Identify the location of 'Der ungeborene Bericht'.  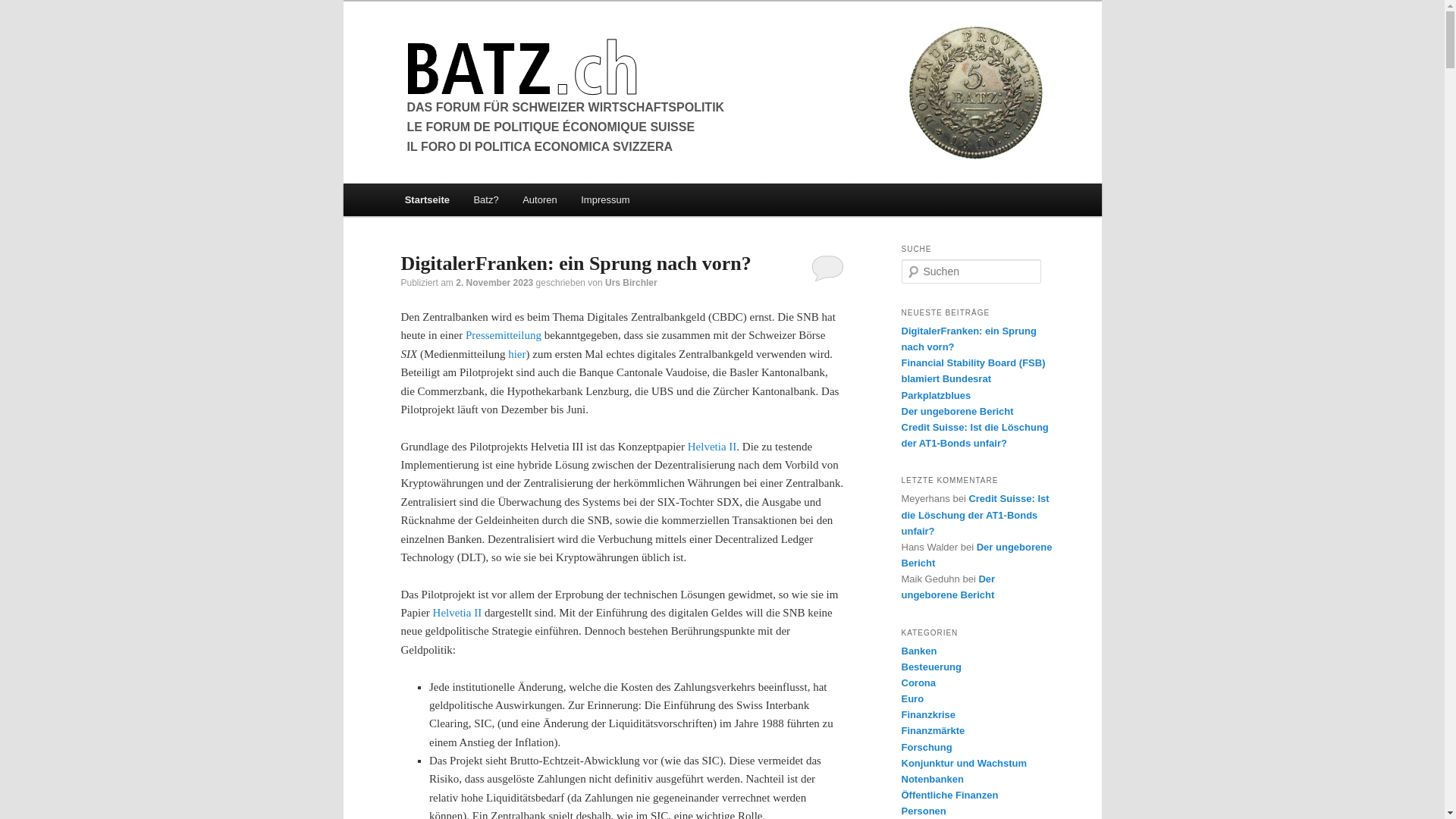
(901, 586).